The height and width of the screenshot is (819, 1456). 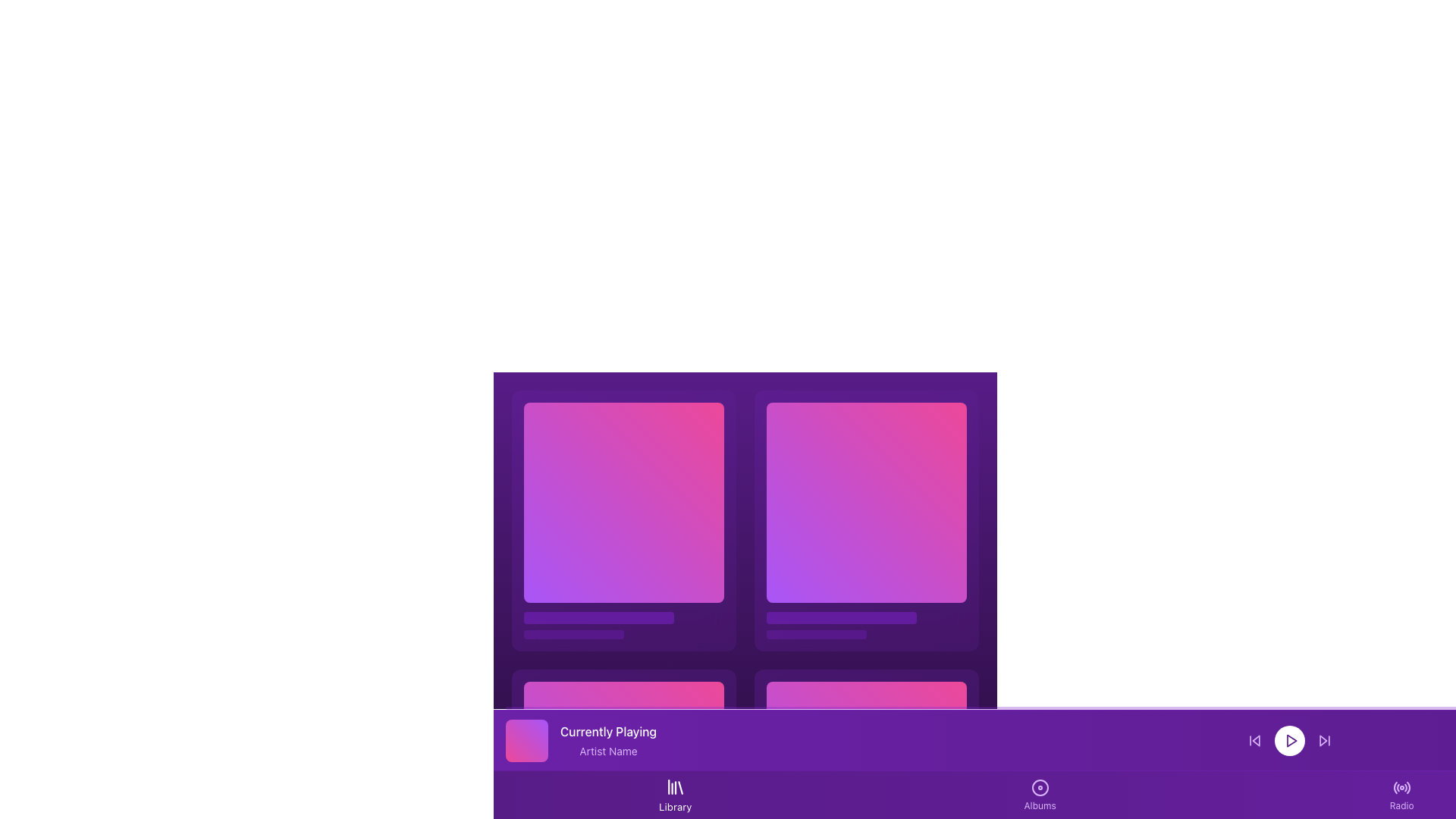 What do you see at coordinates (840, 617) in the screenshot?
I see `the first progress bar or decorative bar located at the bottom of the top-right content section` at bounding box center [840, 617].